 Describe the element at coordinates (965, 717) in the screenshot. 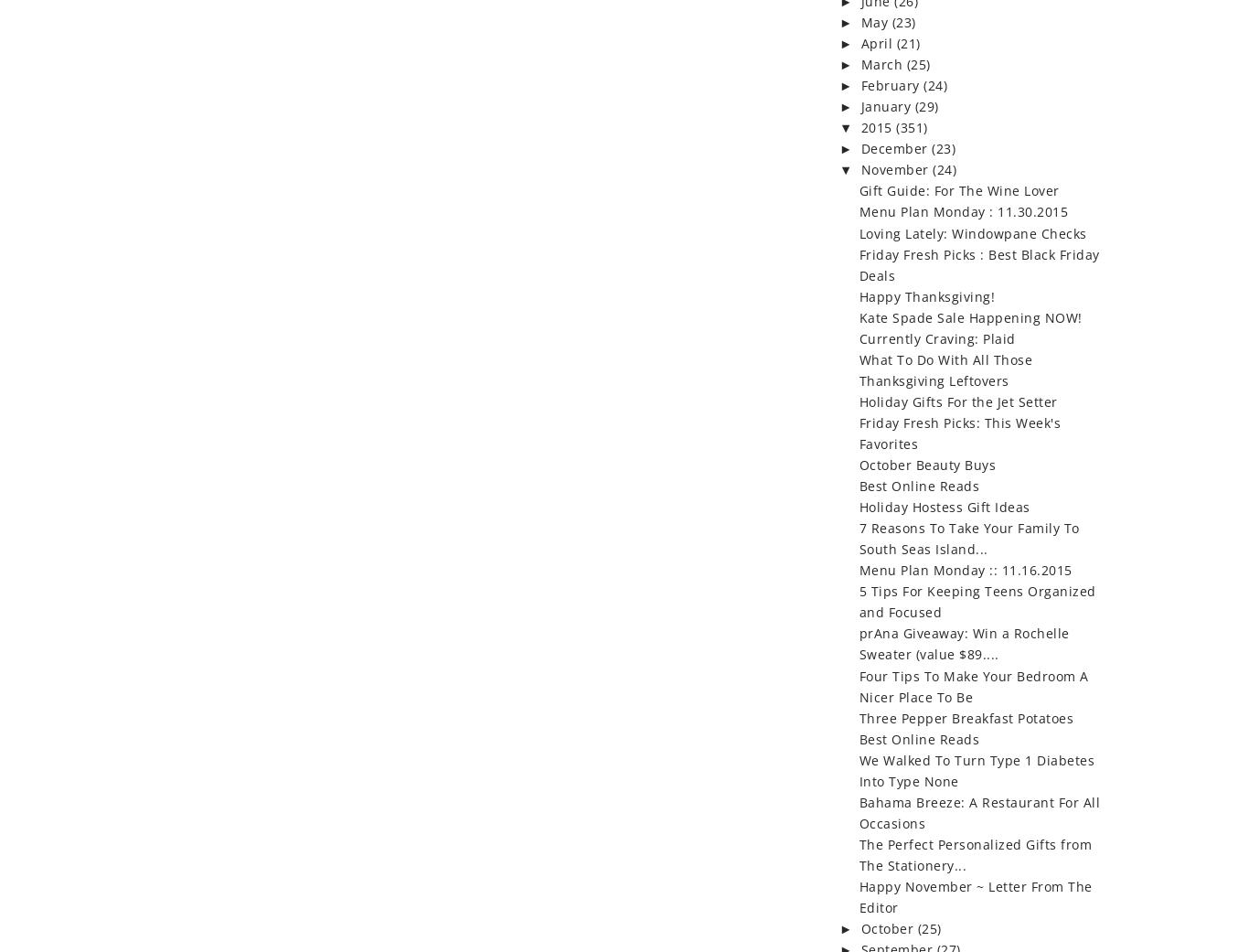

I see `'Three Pepper Breakfast Potatoes'` at that location.